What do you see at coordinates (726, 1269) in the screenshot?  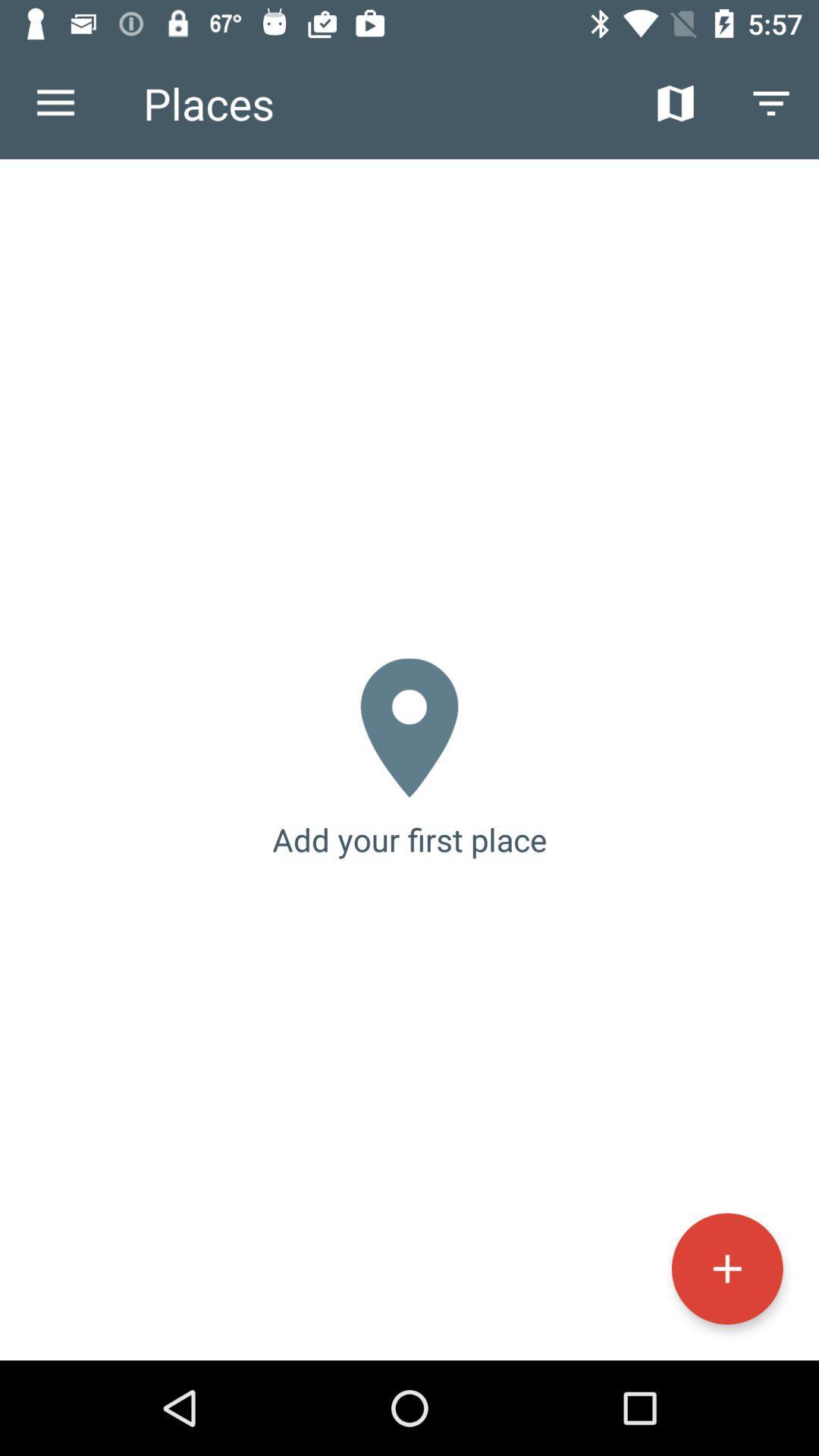 I see `item below the add your first icon` at bounding box center [726, 1269].